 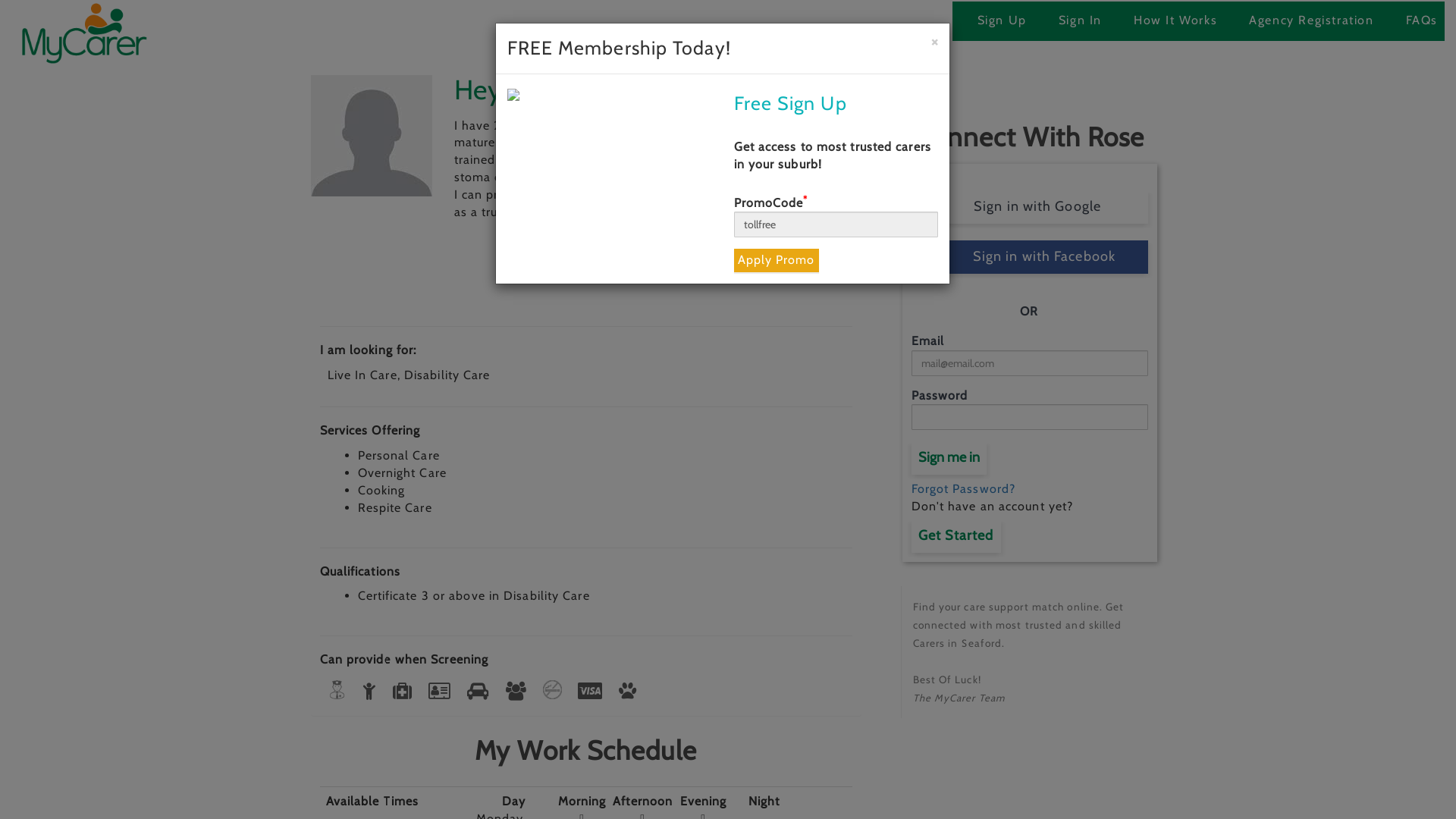 What do you see at coordinates (1030, 256) in the screenshot?
I see `'Sign in with Facebook'` at bounding box center [1030, 256].